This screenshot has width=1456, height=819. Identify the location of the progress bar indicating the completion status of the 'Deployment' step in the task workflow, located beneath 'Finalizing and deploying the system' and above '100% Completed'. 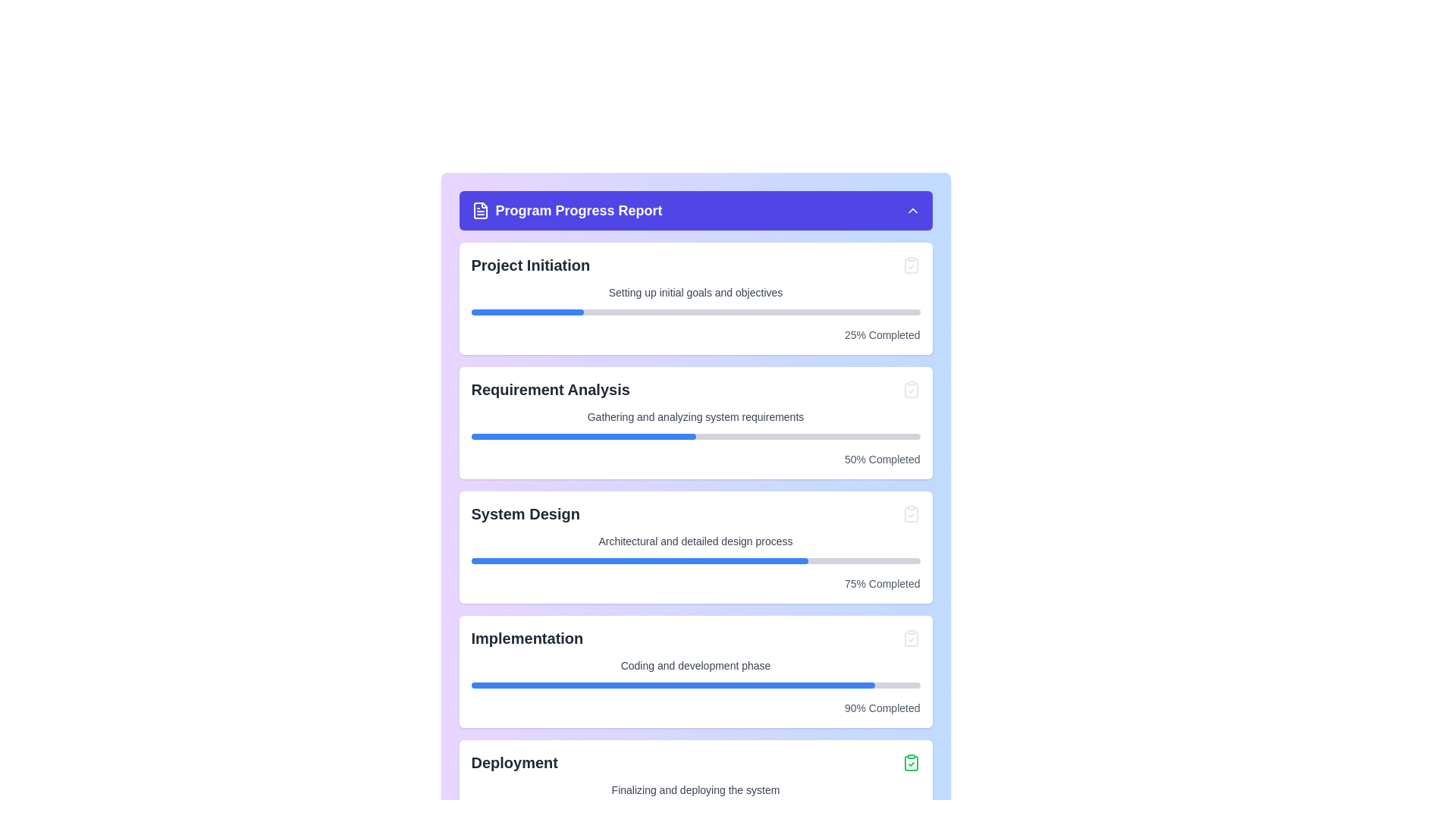
(695, 809).